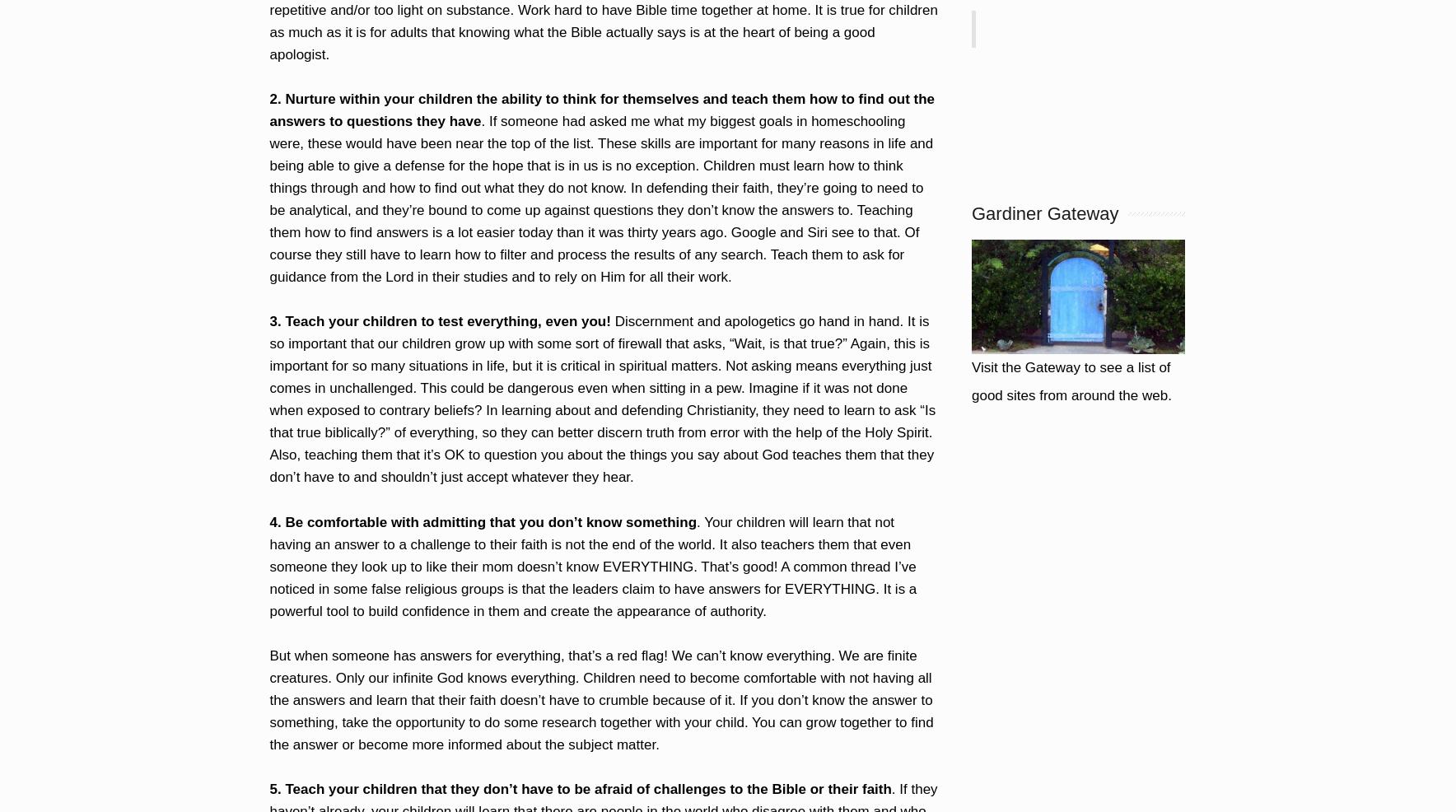  What do you see at coordinates (274, 521) in the screenshot?
I see `'4.'` at bounding box center [274, 521].